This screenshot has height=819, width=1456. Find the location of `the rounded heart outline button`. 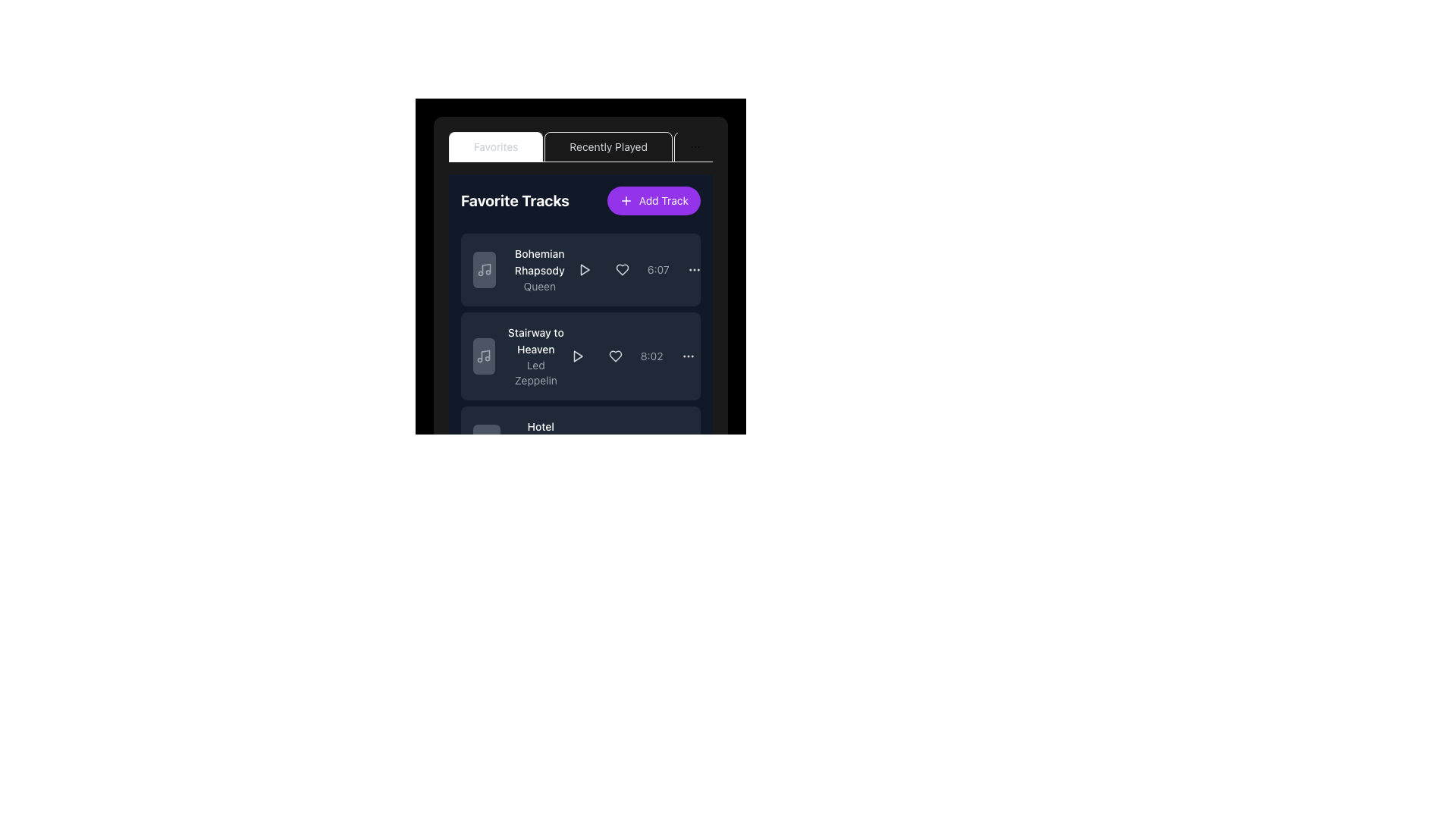

the rounded heart outline button is located at coordinates (622, 268).